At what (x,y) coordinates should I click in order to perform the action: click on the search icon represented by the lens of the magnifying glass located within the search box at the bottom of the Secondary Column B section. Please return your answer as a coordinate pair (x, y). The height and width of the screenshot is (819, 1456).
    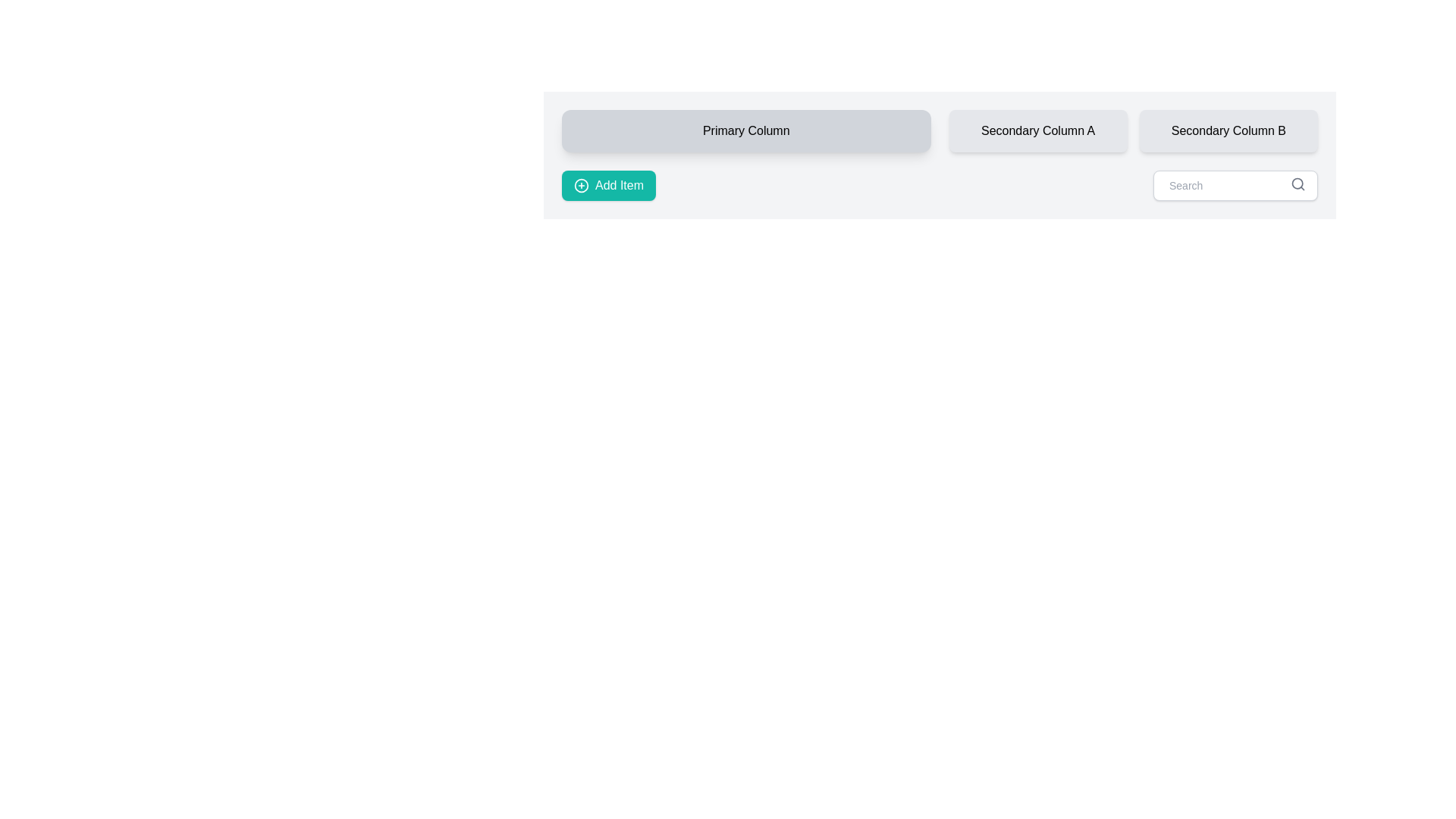
    Looking at the image, I should click on (1297, 183).